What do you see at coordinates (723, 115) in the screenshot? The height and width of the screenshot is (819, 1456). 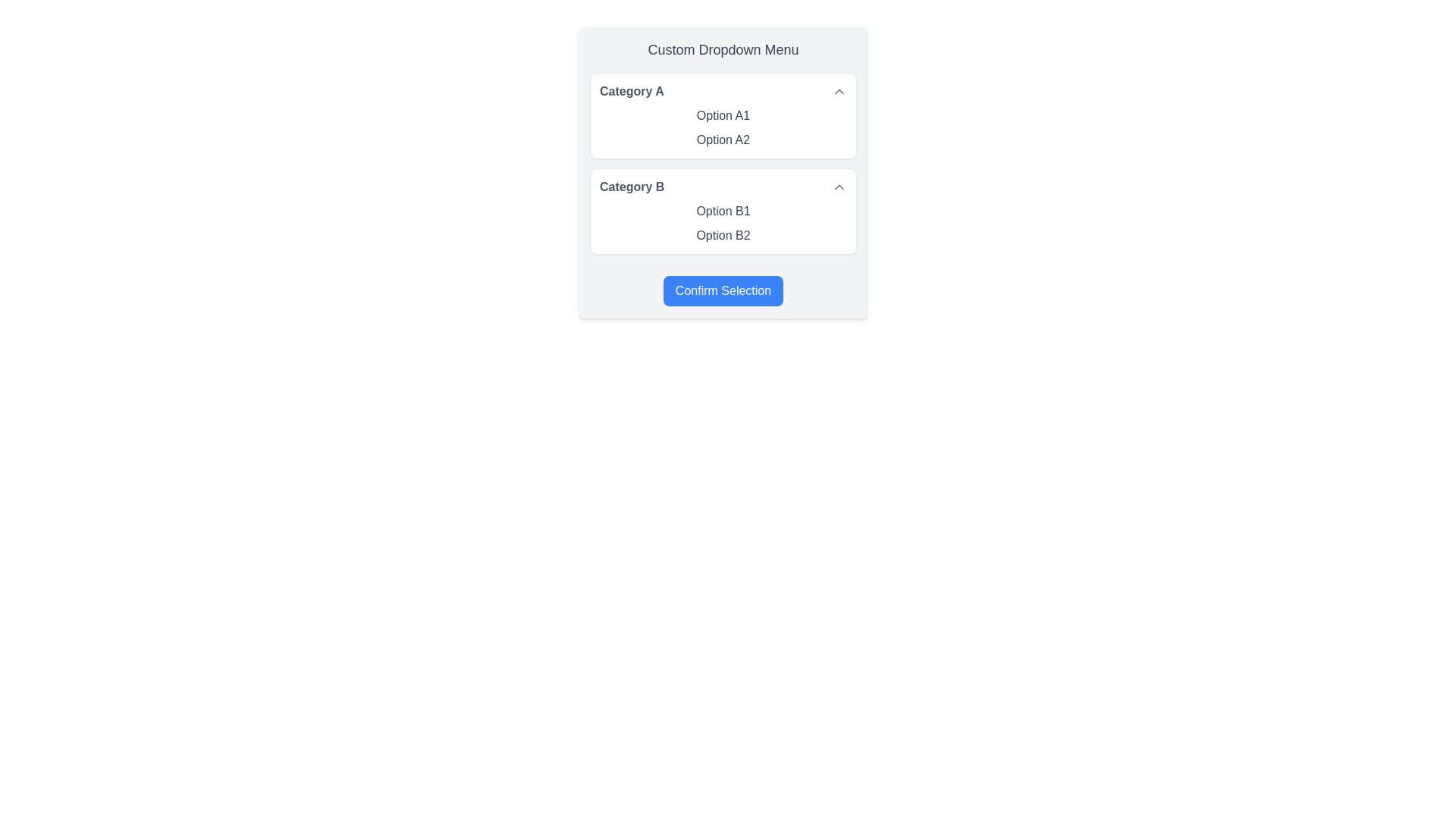 I see `the text label 'Option A1' in the 'Category A' dropdown menu` at bounding box center [723, 115].